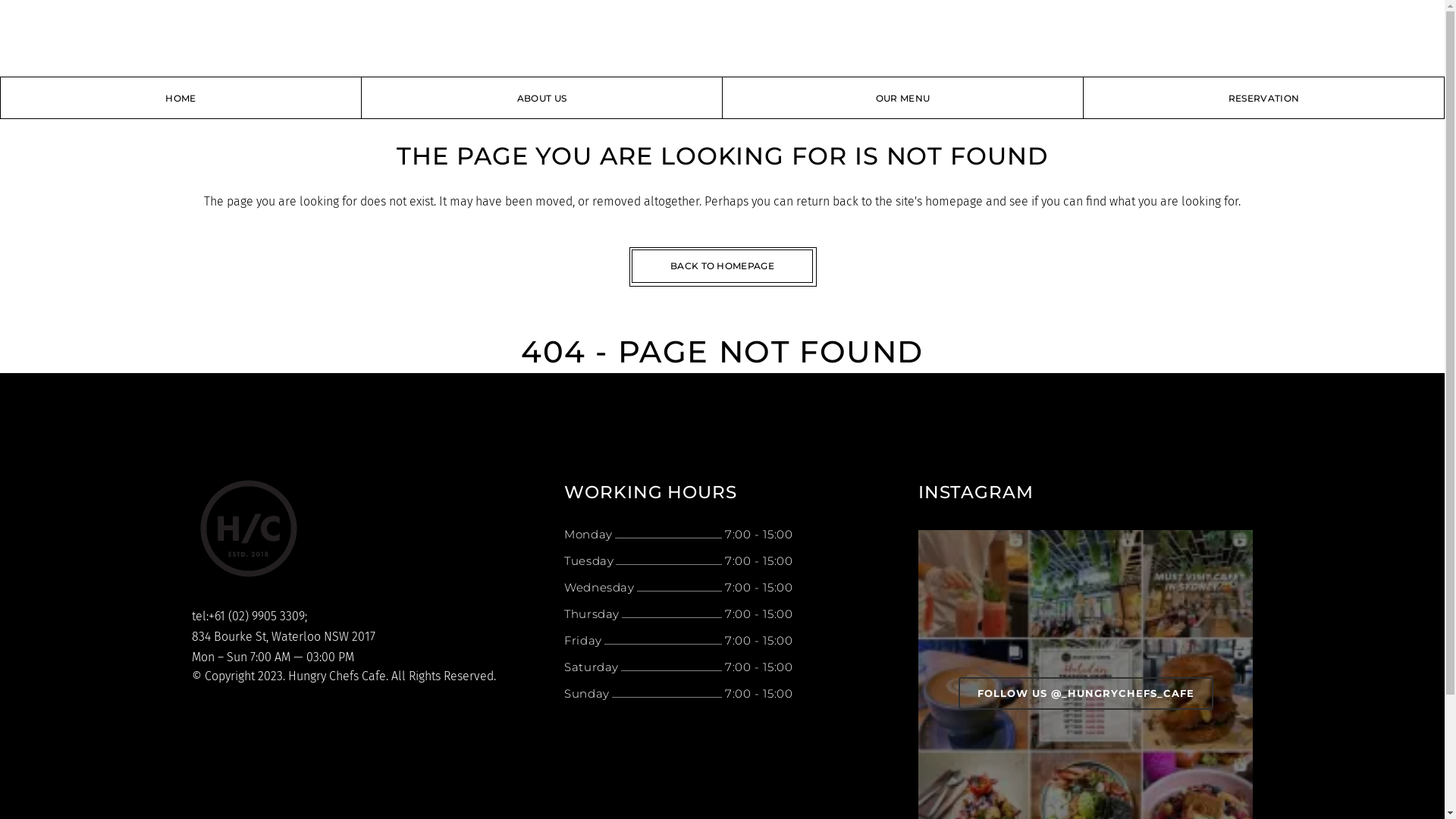 The height and width of the screenshot is (819, 1456). What do you see at coordinates (542, 99) in the screenshot?
I see `'ABOUT US'` at bounding box center [542, 99].